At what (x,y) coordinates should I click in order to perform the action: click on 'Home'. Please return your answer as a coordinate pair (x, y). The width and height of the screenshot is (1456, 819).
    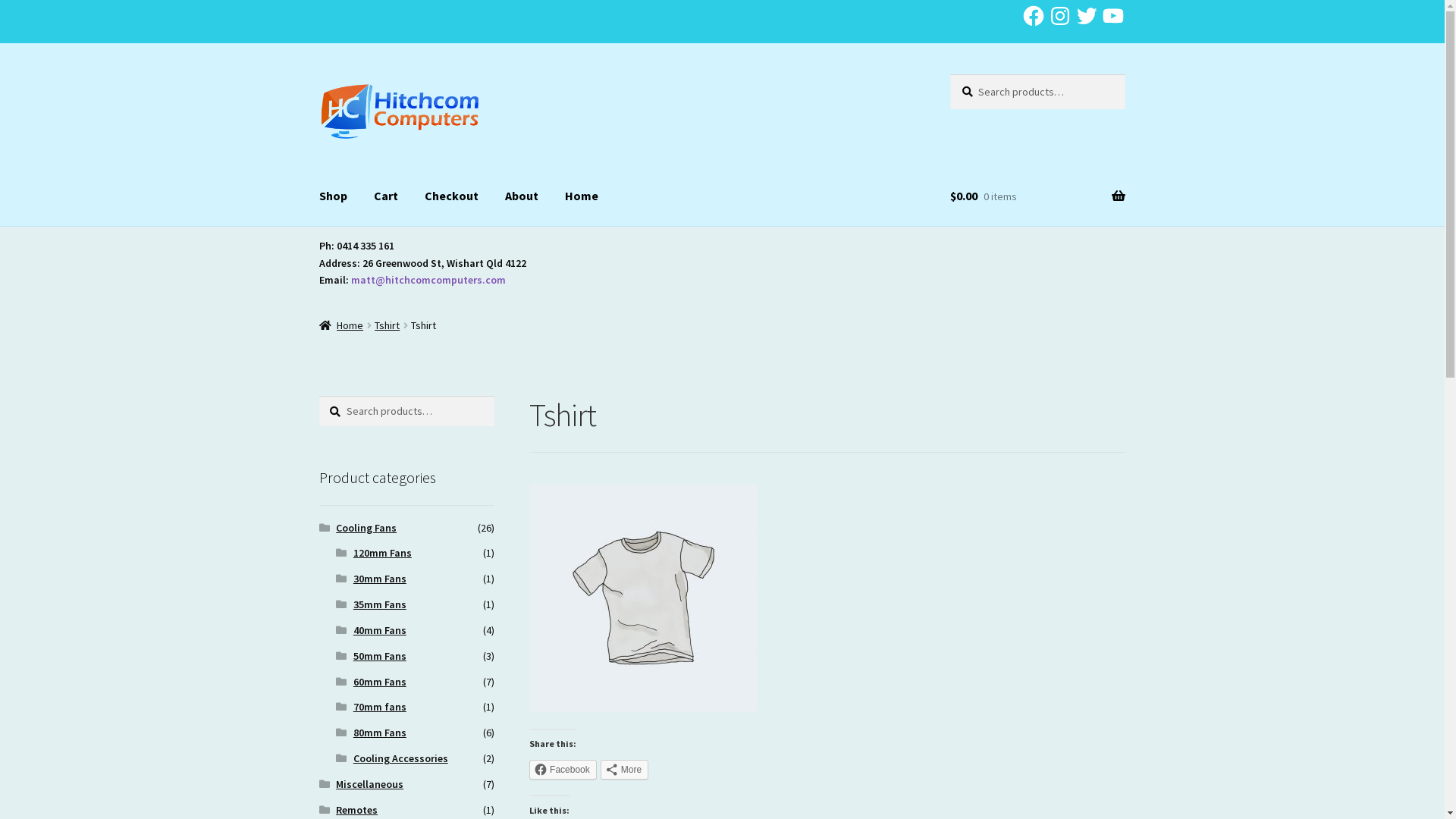
    Looking at the image, I should click on (340, 324).